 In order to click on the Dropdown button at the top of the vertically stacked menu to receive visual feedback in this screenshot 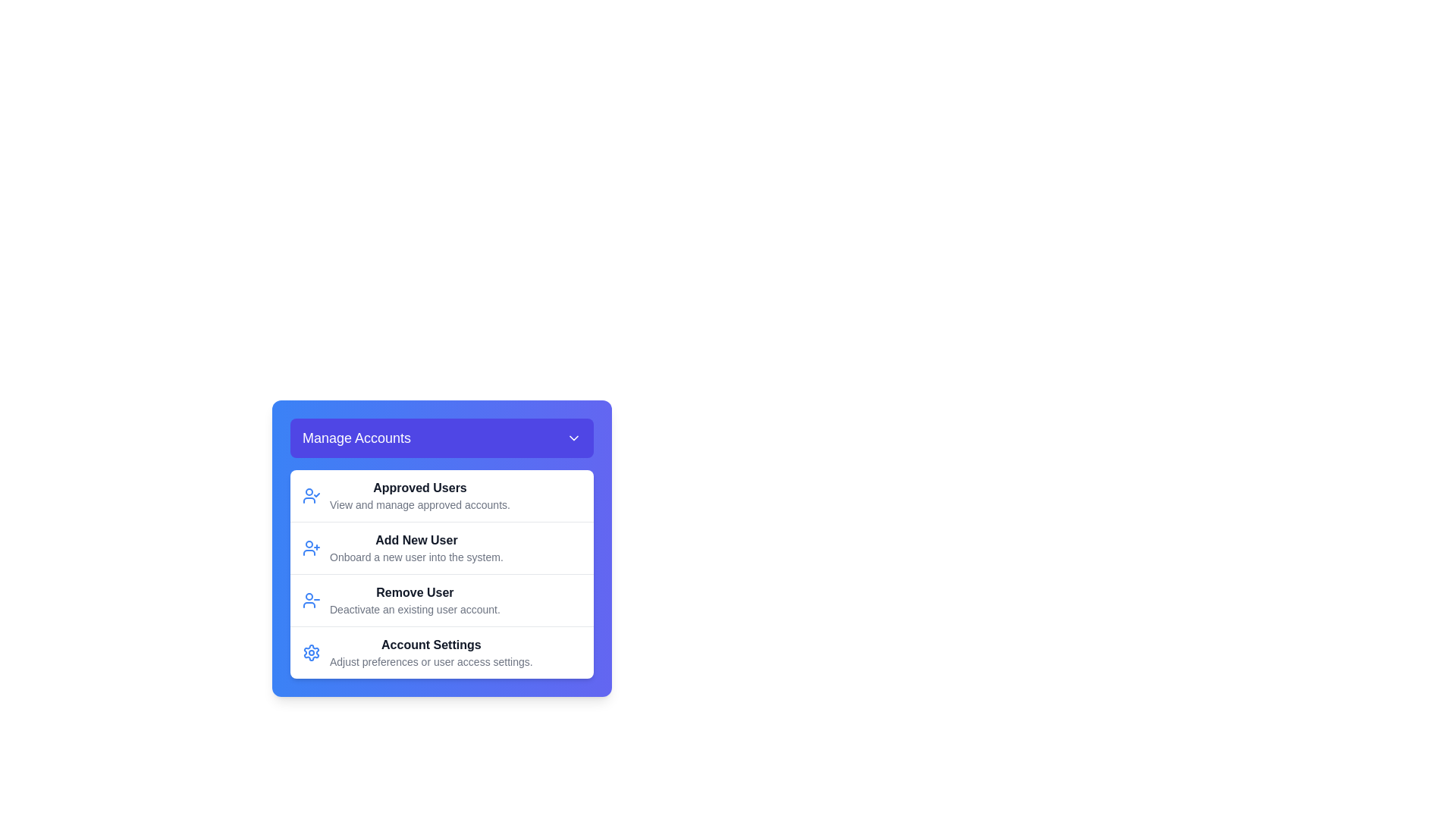, I will do `click(441, 438)`.